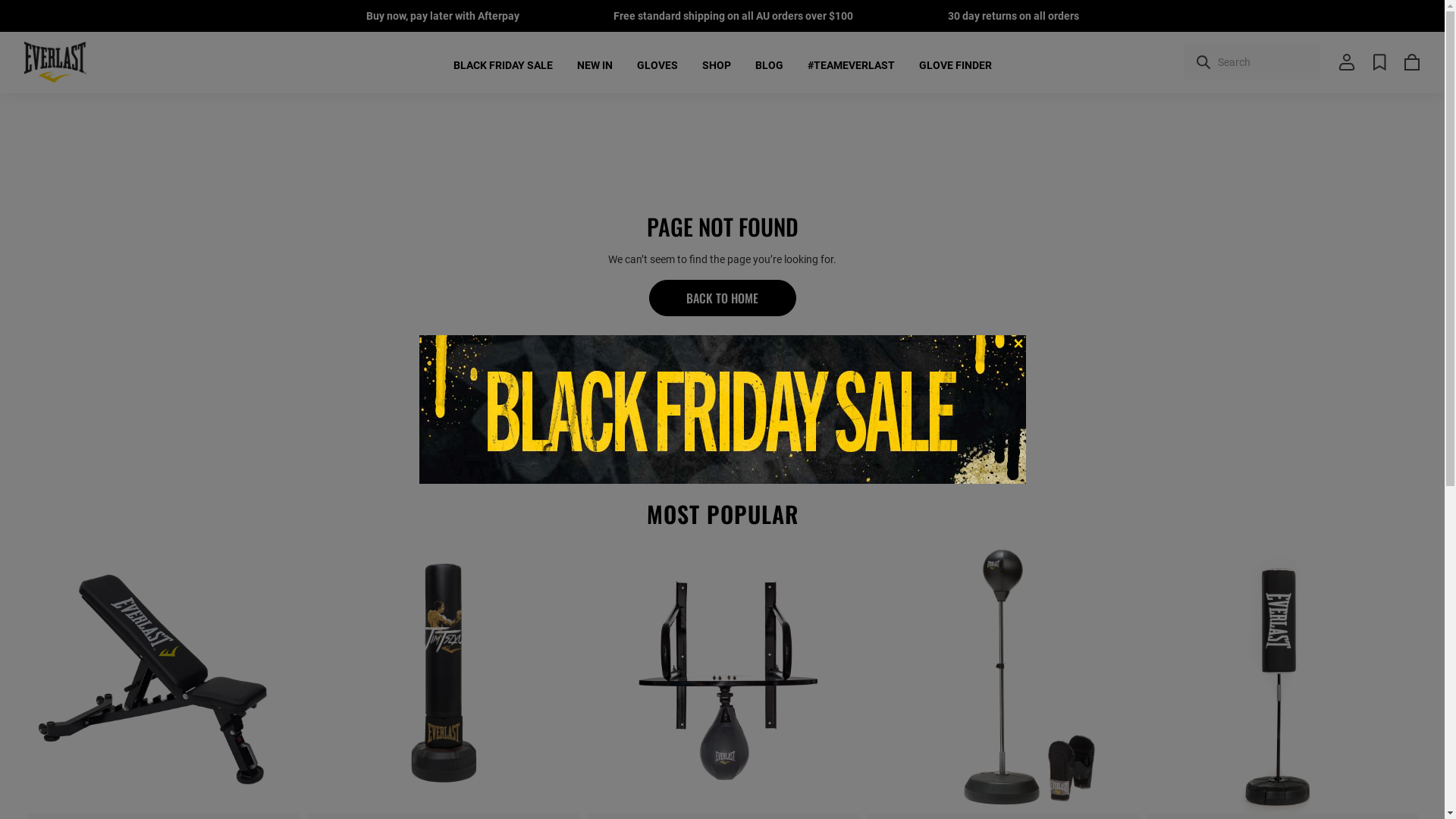  Describe the element at coordinates (946, 15) in the screenshot. I see `'30 day returns on all orders'` at that location.